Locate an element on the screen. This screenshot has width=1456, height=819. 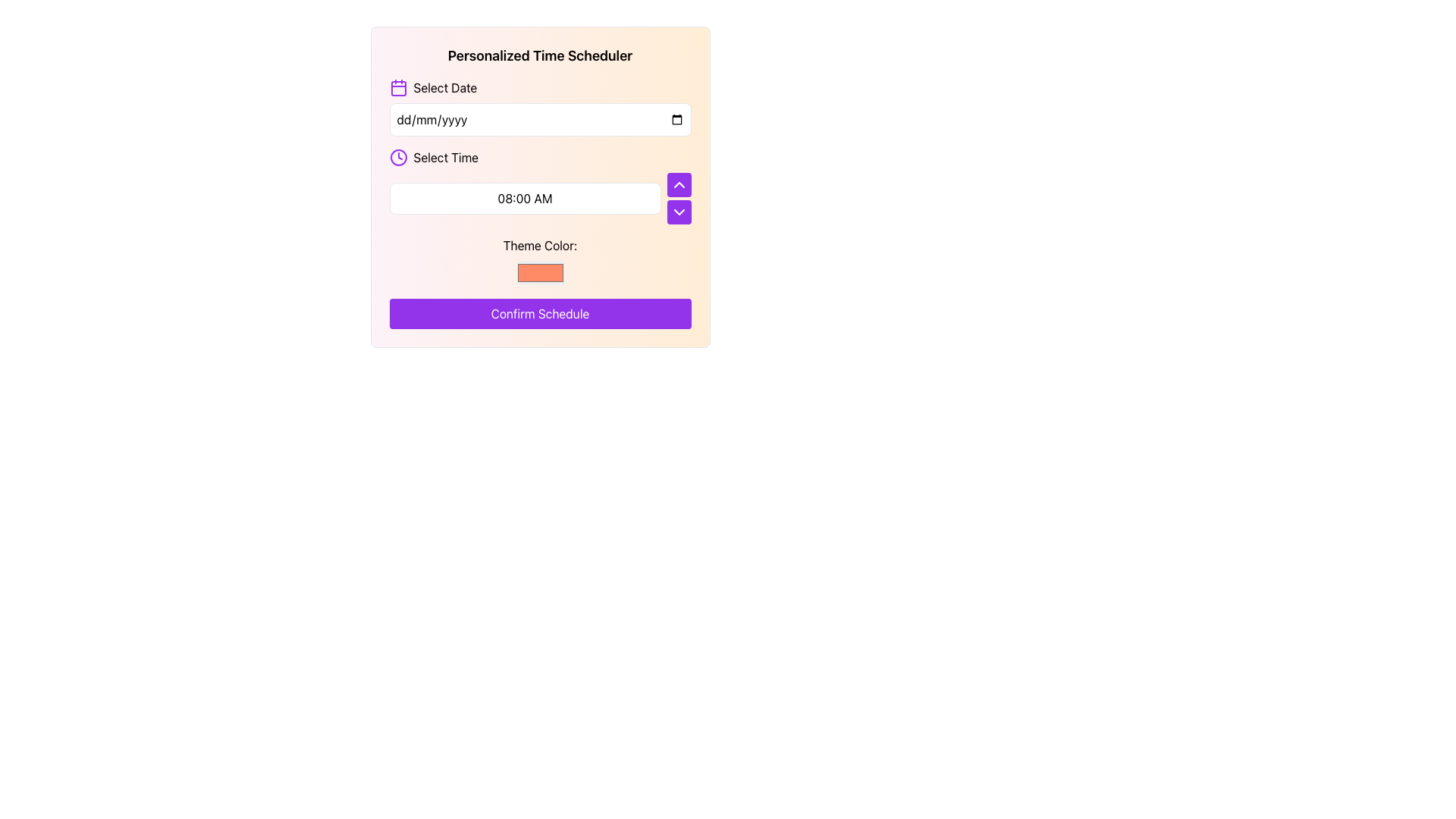
the Text Label that describes the functionality of the color display box, located near the center of the panel, above the rectangular color display box is located at coordinates (540, 245).